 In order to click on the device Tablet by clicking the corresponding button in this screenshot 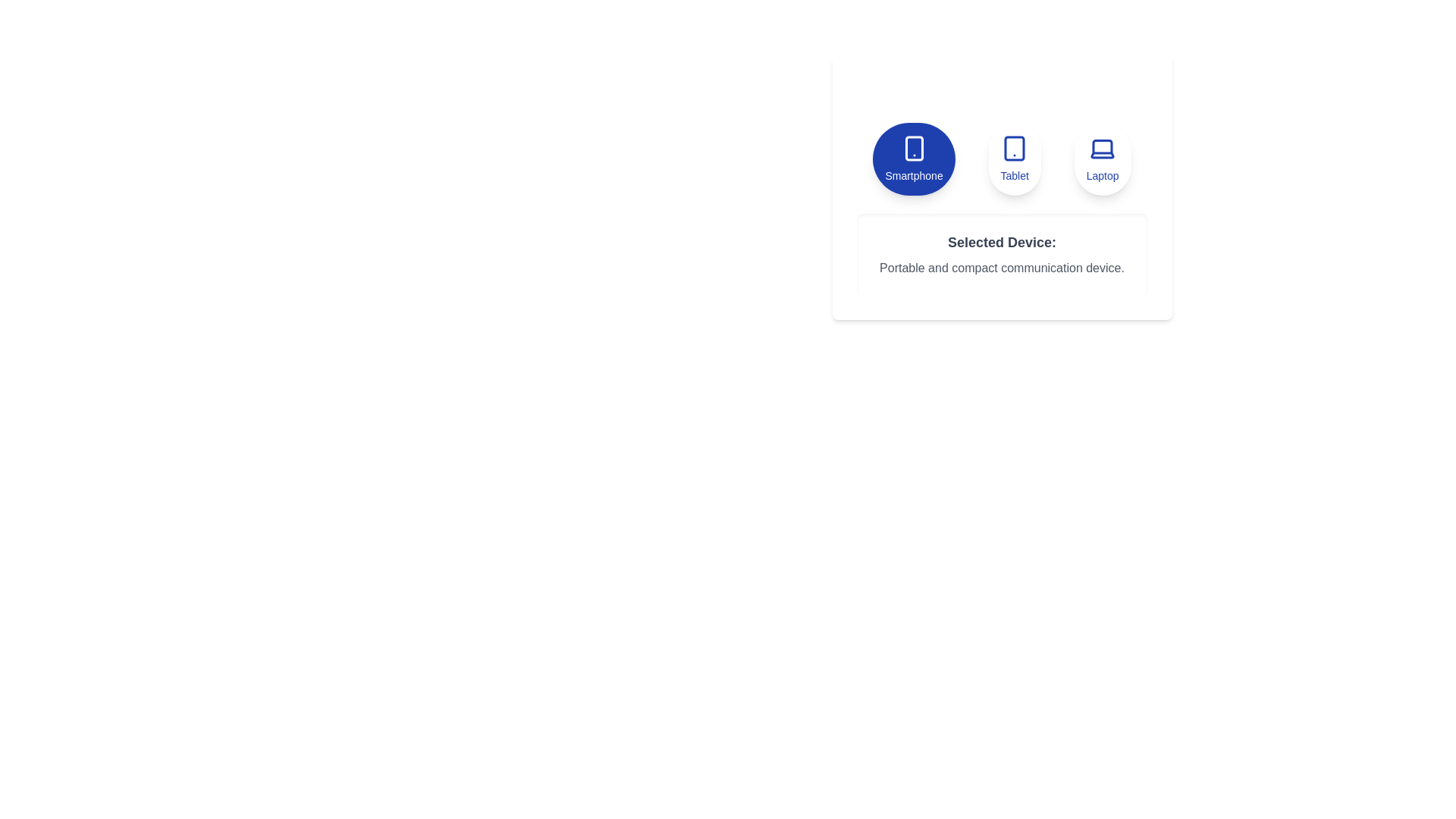, I will do `click(1015, 158)`.